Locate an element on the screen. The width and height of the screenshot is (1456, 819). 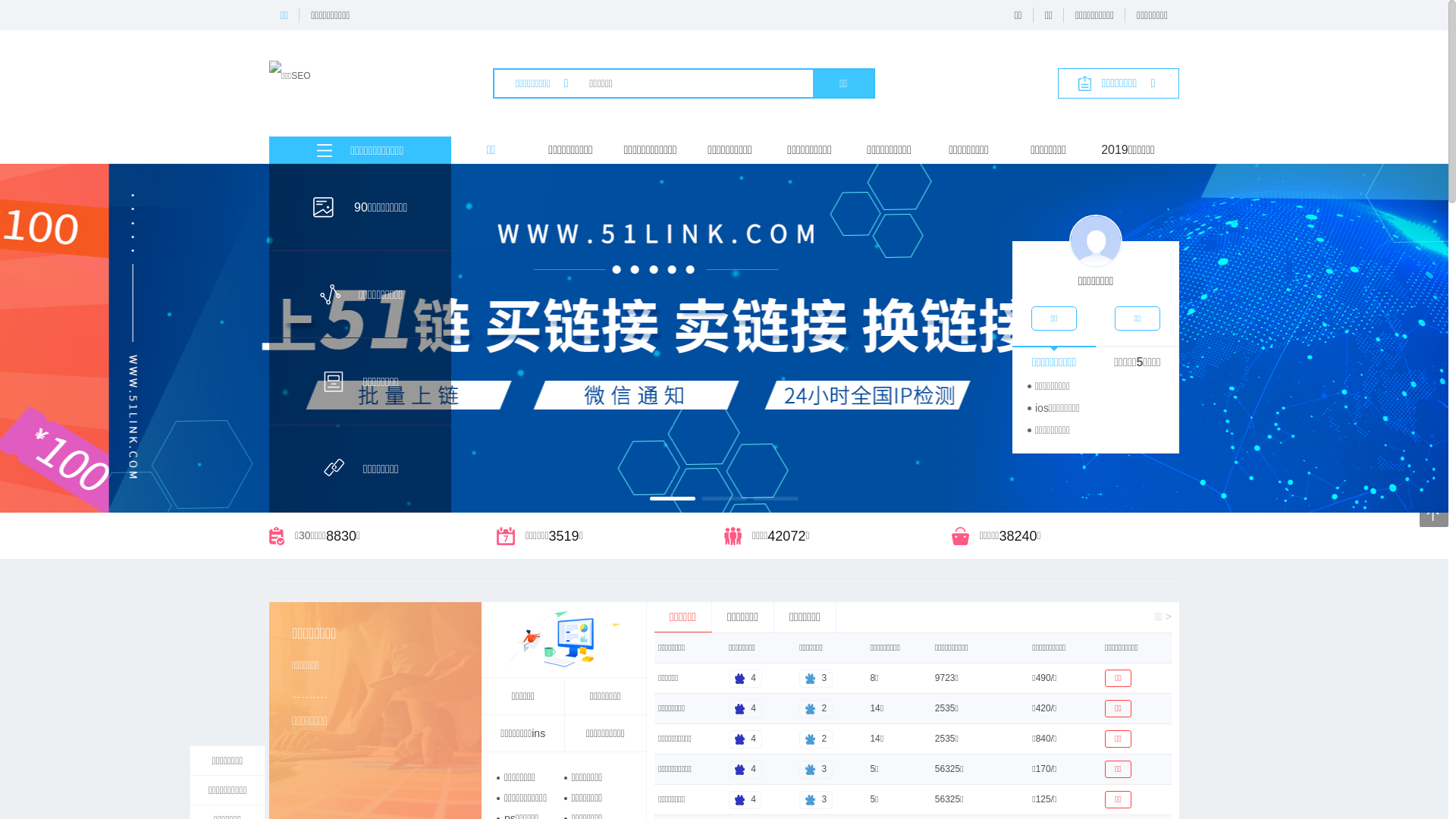
'4' is located at coordinates (745, 798).